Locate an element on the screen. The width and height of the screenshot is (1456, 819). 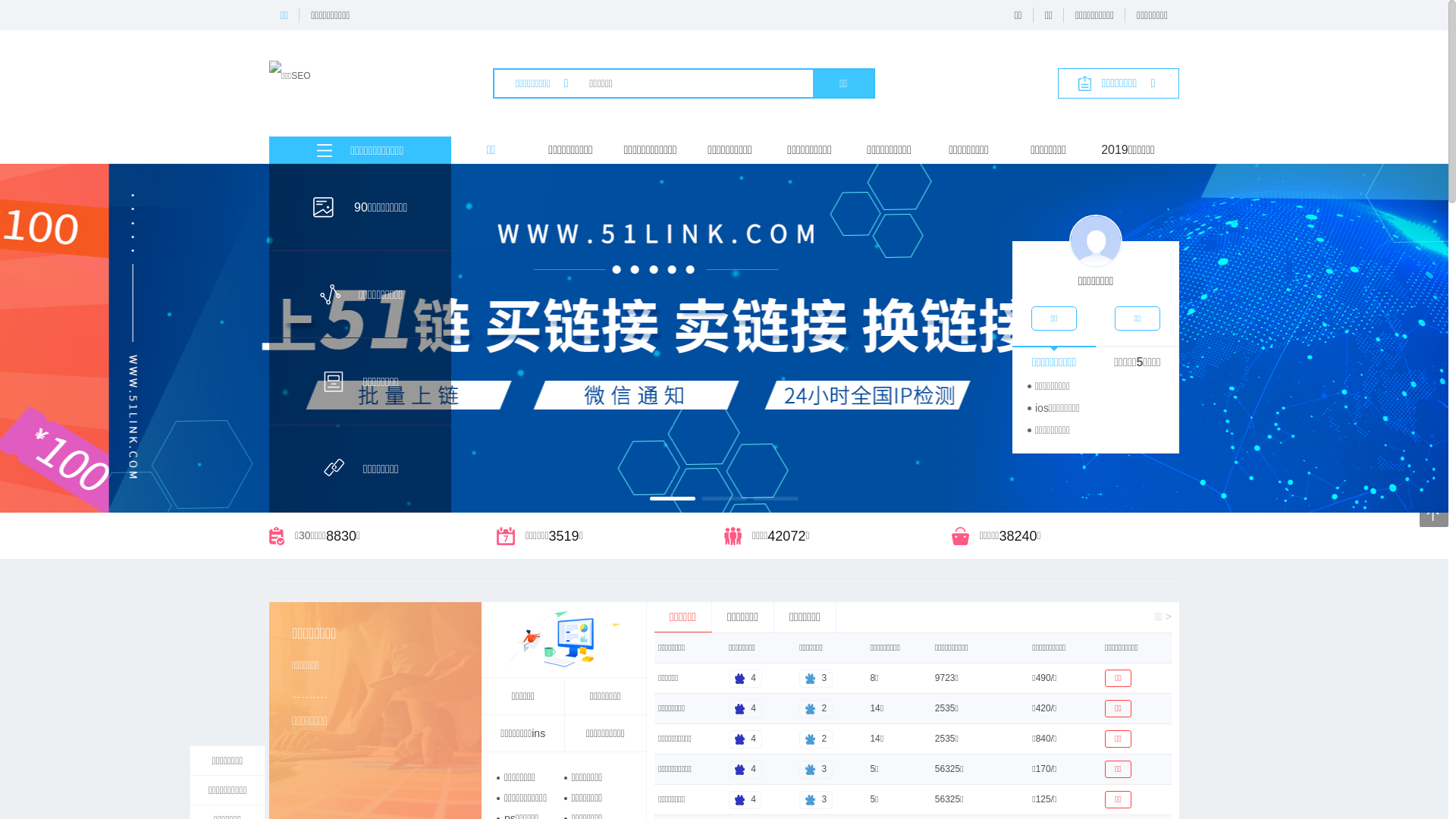
'4' is located at coordinates (745, 798).